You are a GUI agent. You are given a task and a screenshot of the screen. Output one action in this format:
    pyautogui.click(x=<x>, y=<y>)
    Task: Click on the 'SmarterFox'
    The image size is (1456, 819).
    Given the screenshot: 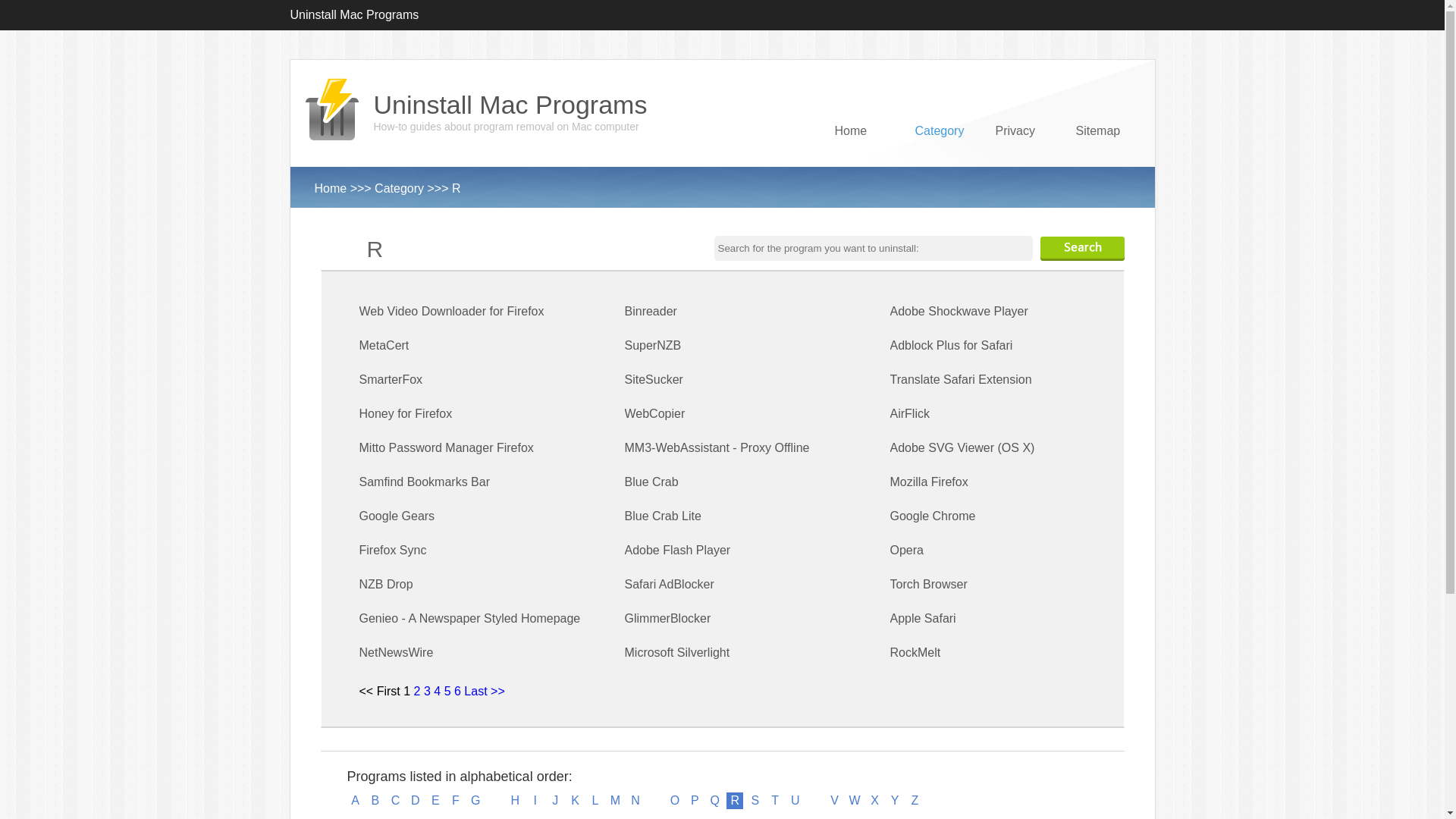 What is the action you would take?
    pyautogui.click(x=391, y=378)
    